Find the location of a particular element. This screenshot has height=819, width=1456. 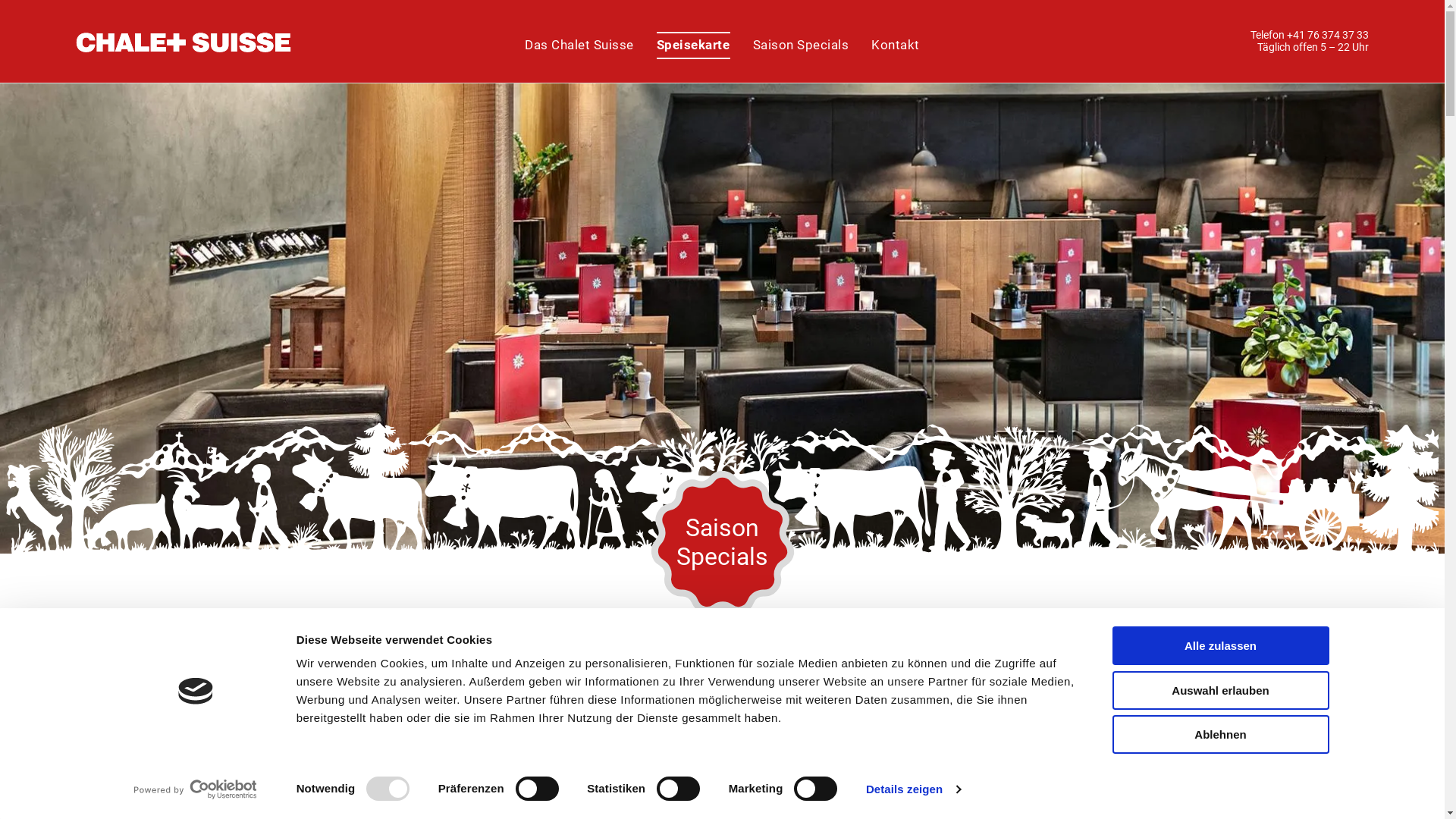

'Details zeigen' is located at coordinates (912, 789).